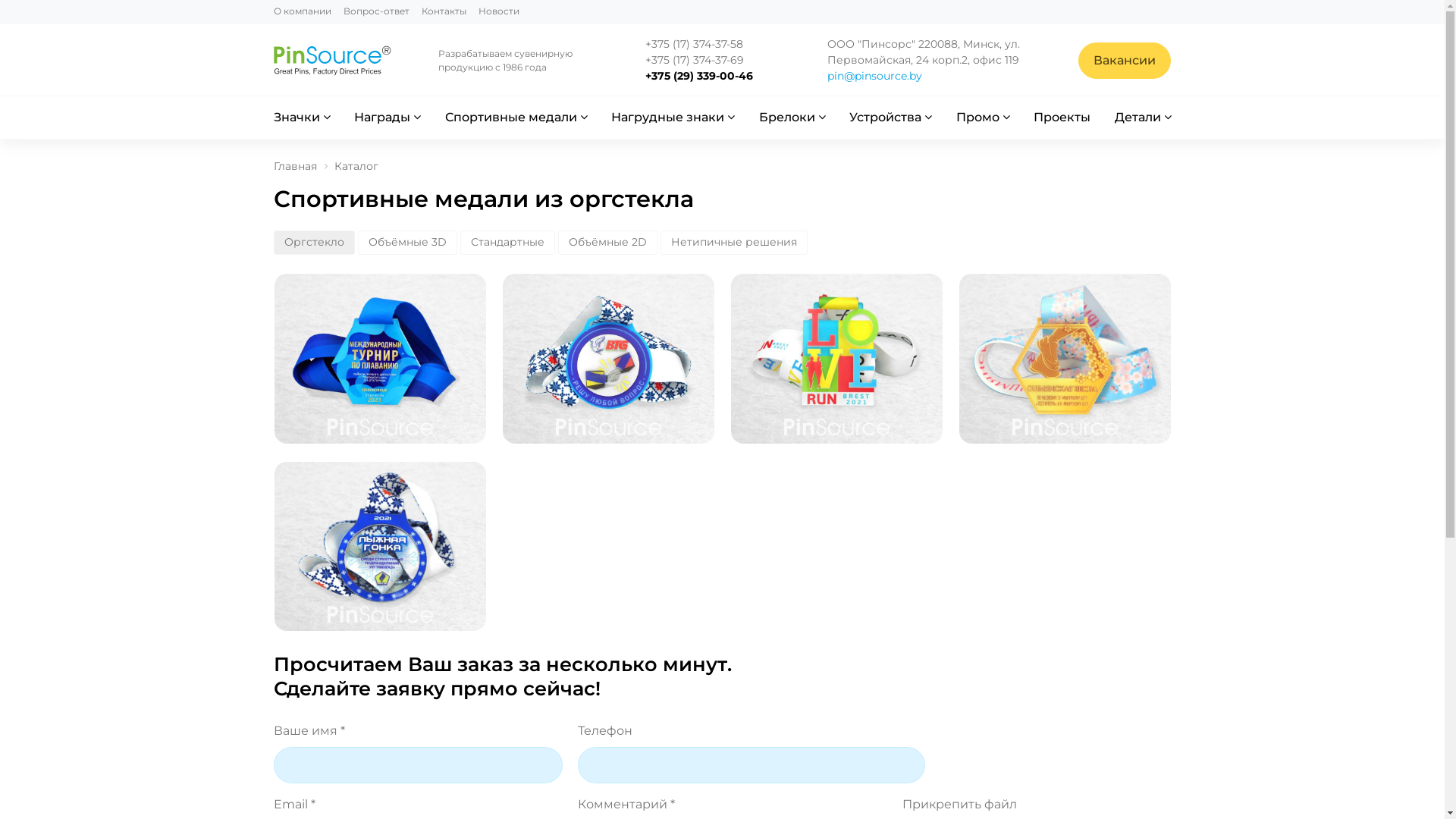  I want to click on '+375 (29) 339-00-46', so click(700, 76).